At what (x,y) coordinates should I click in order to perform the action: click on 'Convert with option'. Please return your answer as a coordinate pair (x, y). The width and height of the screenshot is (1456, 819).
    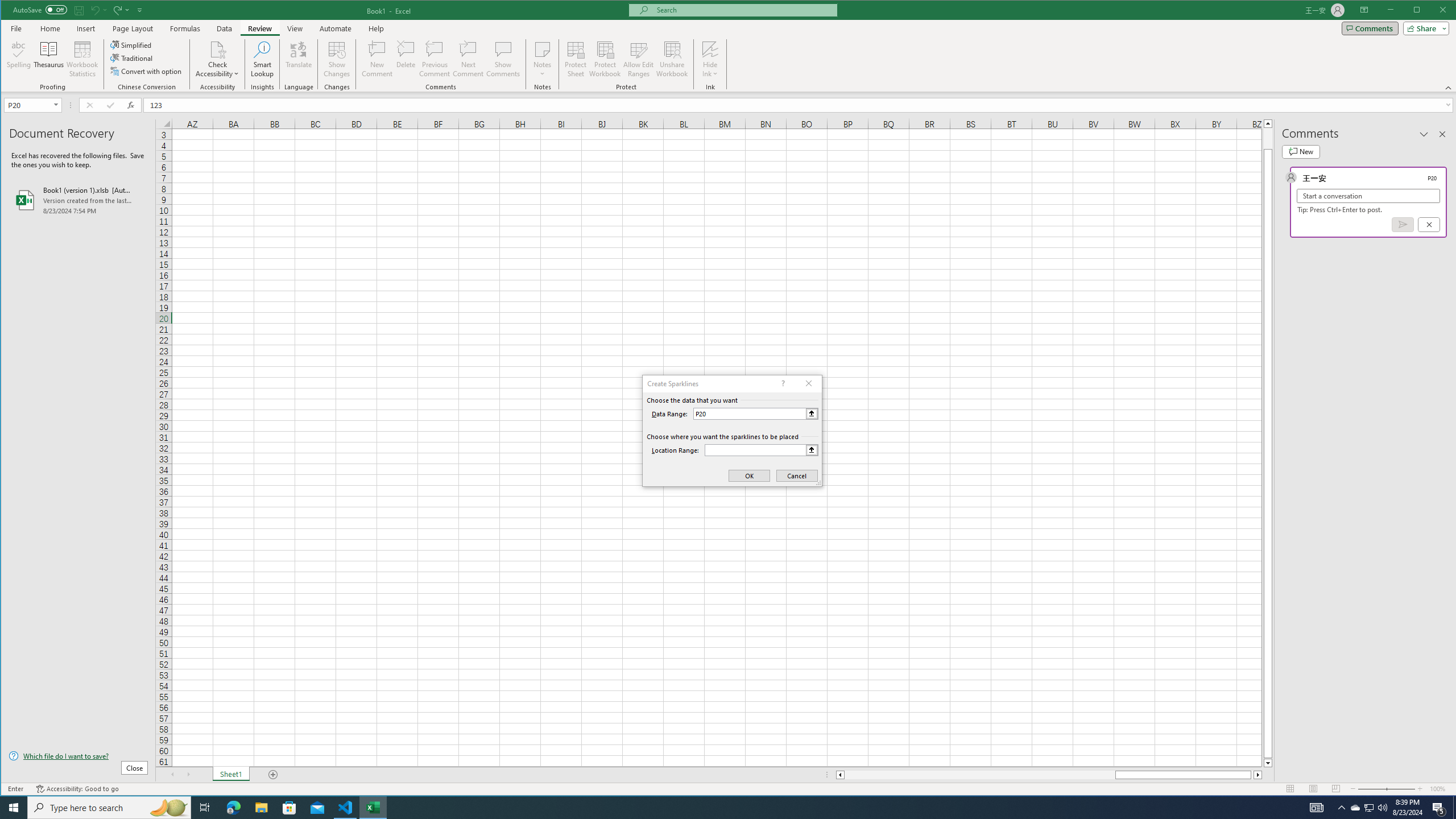
    Looking at the image, I should click on (146, 71).